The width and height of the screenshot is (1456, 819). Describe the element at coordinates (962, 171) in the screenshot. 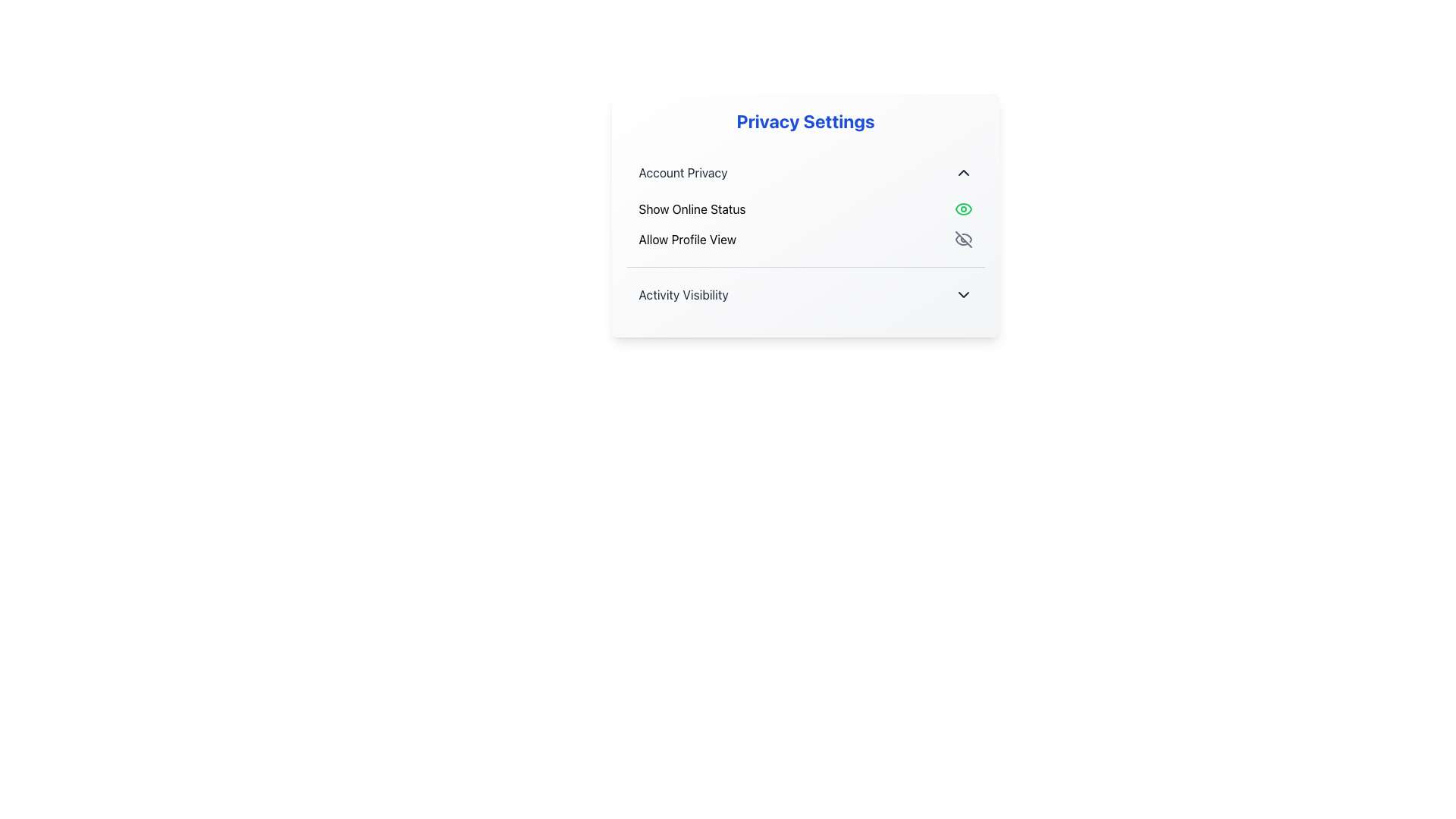

I see `the Chevron-Up icon, which is a small upward-facing chevron arrow located to the far right of the 'Account Privacy' text label within the Privacy Settings menu` at that location.